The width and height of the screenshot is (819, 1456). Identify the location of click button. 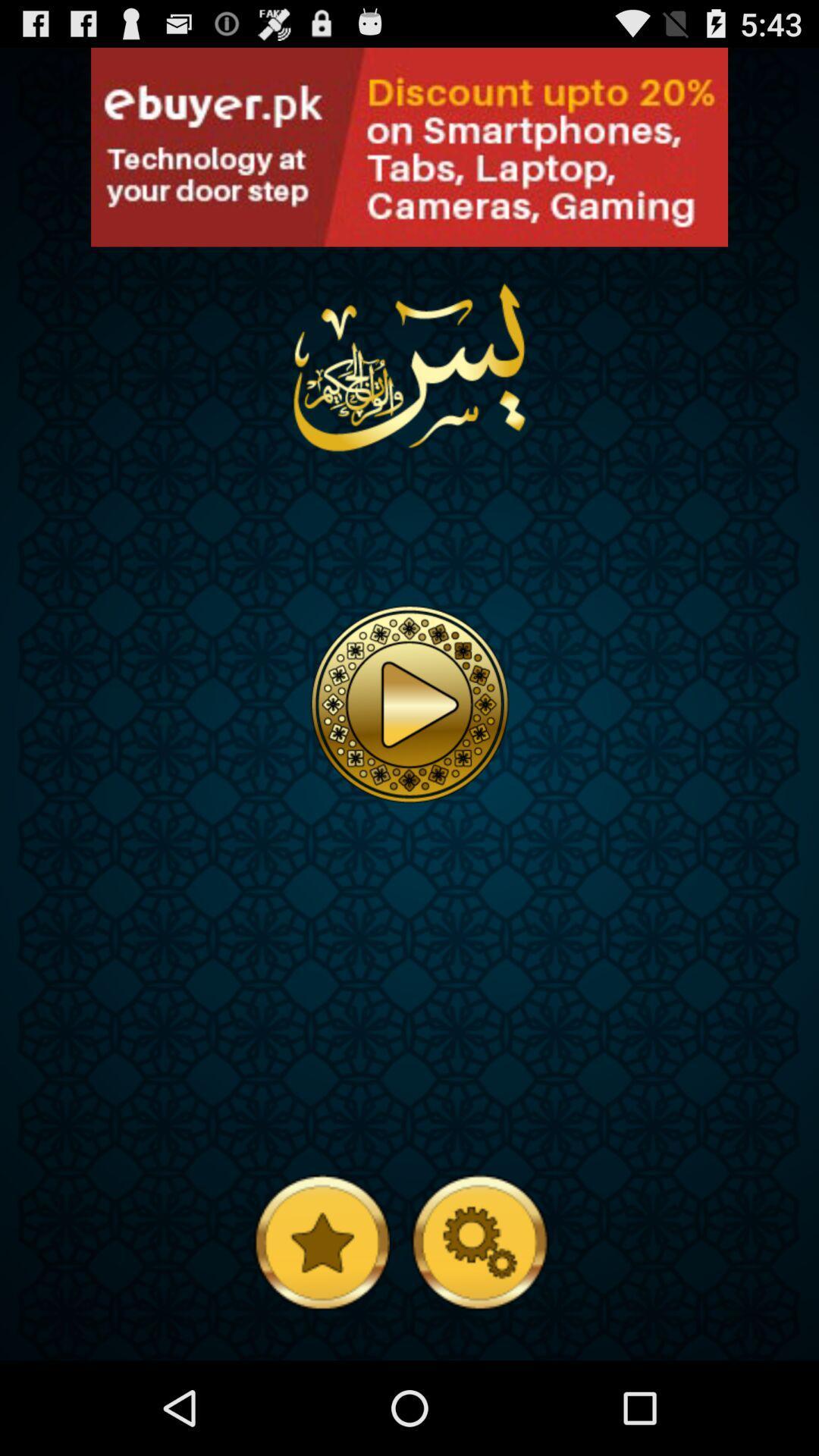
(105, 231).